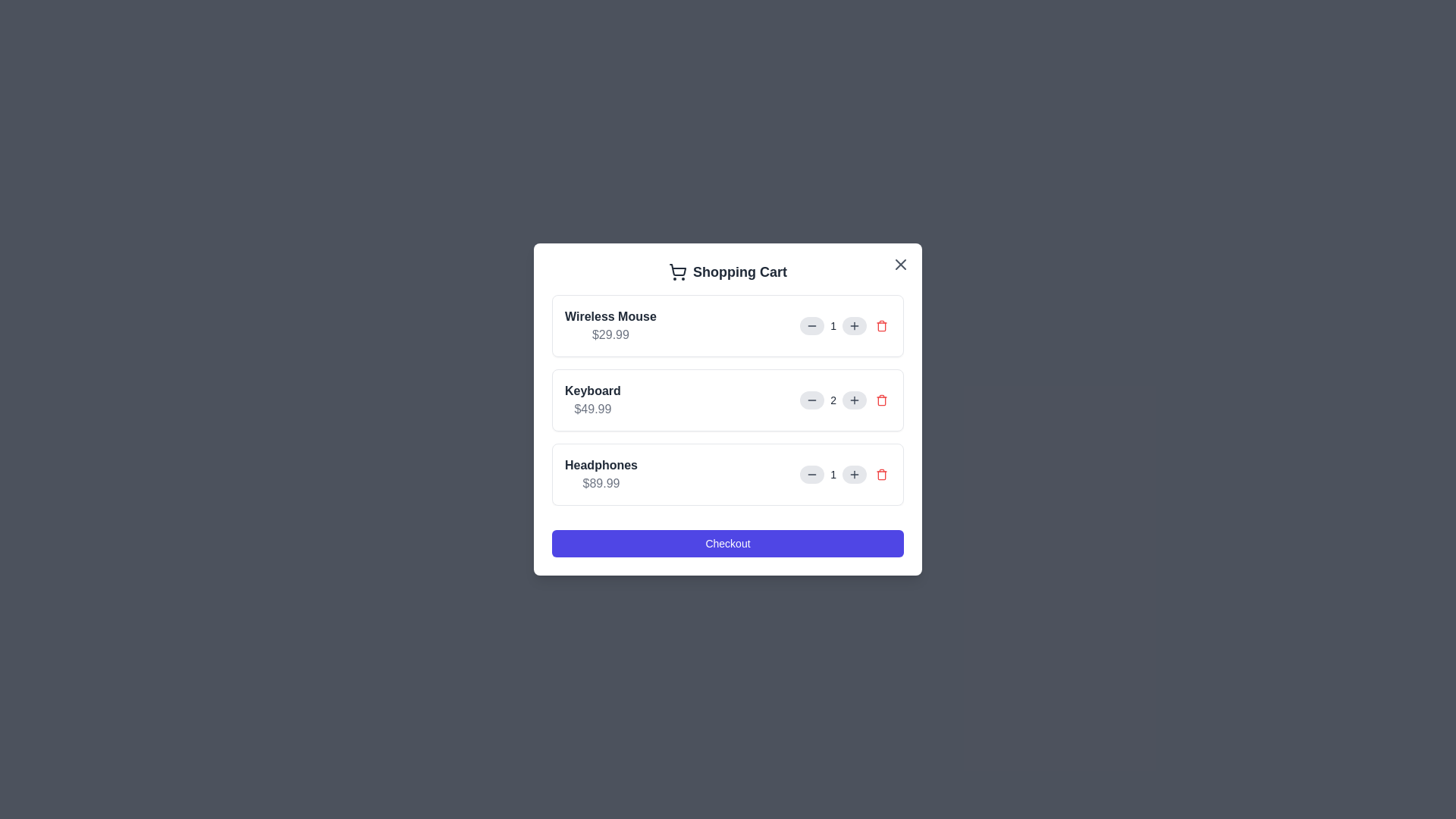 This screenshot has height=819, width=1456. What do you see at coordinates (881, 473) in the screenshot?
I see `the red trashcan icon located at the rightmost position of the row for the 'Headphones' item in the shopping cart to initiate the removal action` at bounding box center [881, 473].